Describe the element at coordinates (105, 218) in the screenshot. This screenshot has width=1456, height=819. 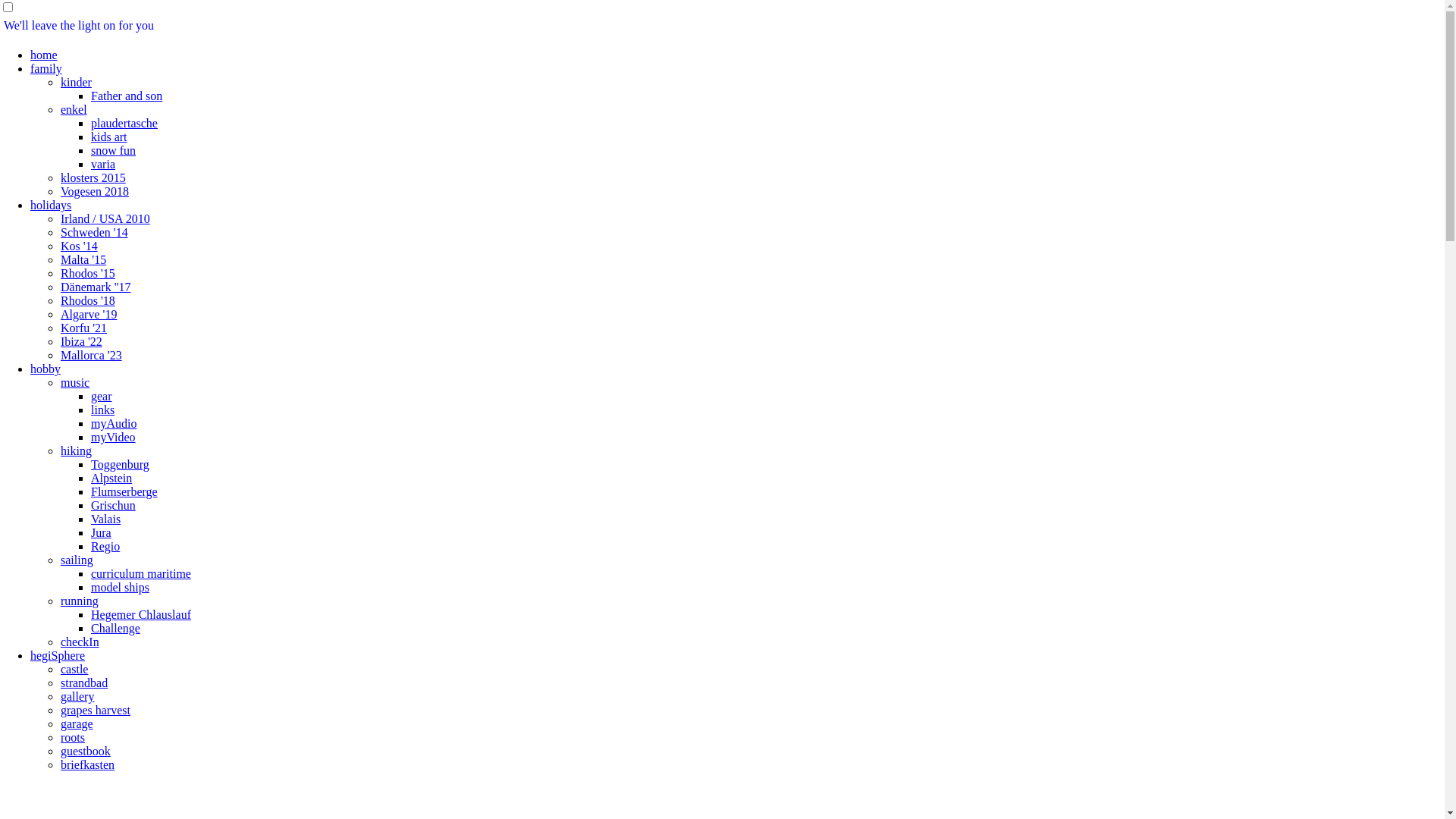
I see `'Irland / USA 2010'` at that location.